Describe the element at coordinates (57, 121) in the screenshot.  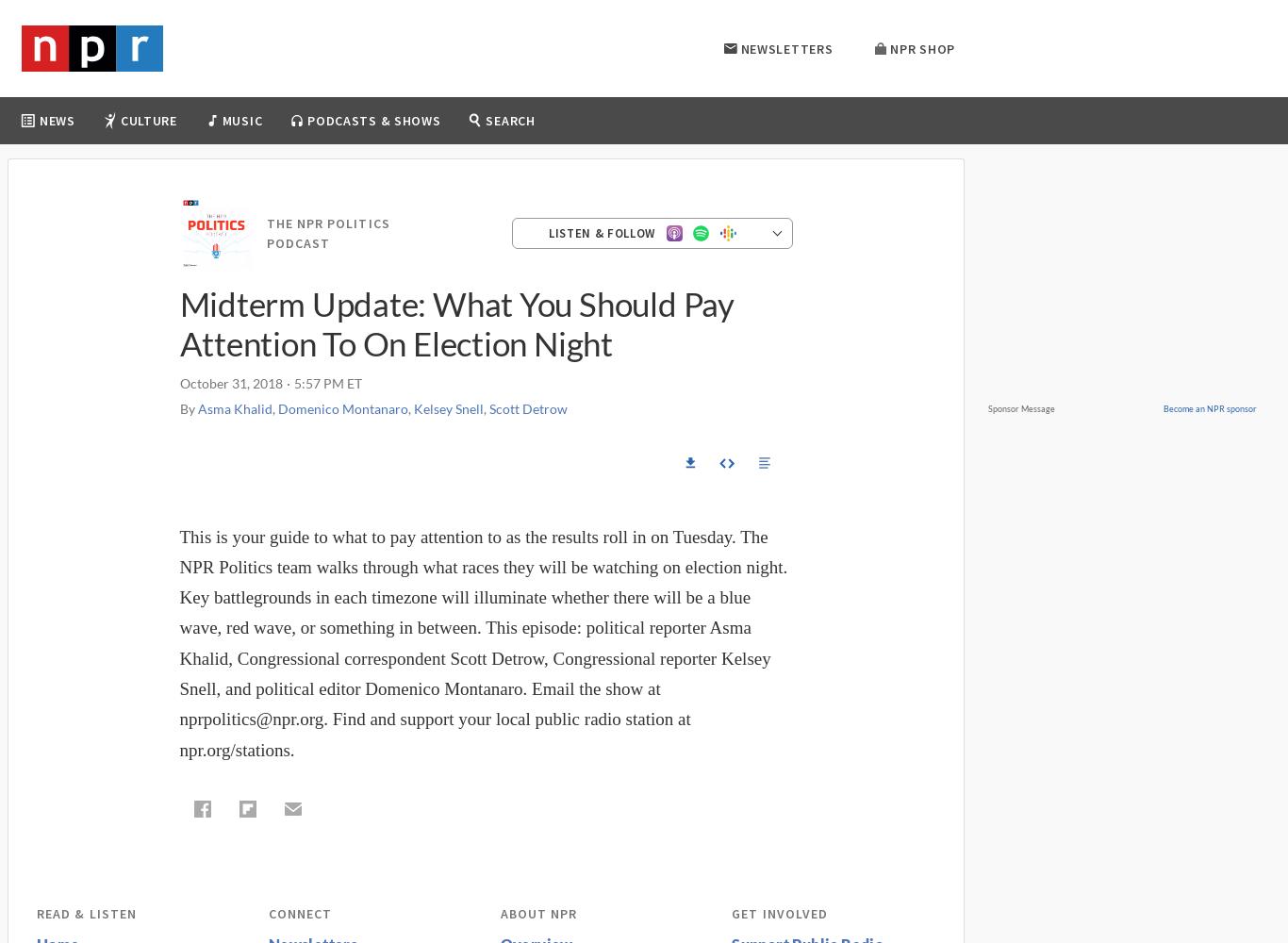
I see `'News'` at that location.